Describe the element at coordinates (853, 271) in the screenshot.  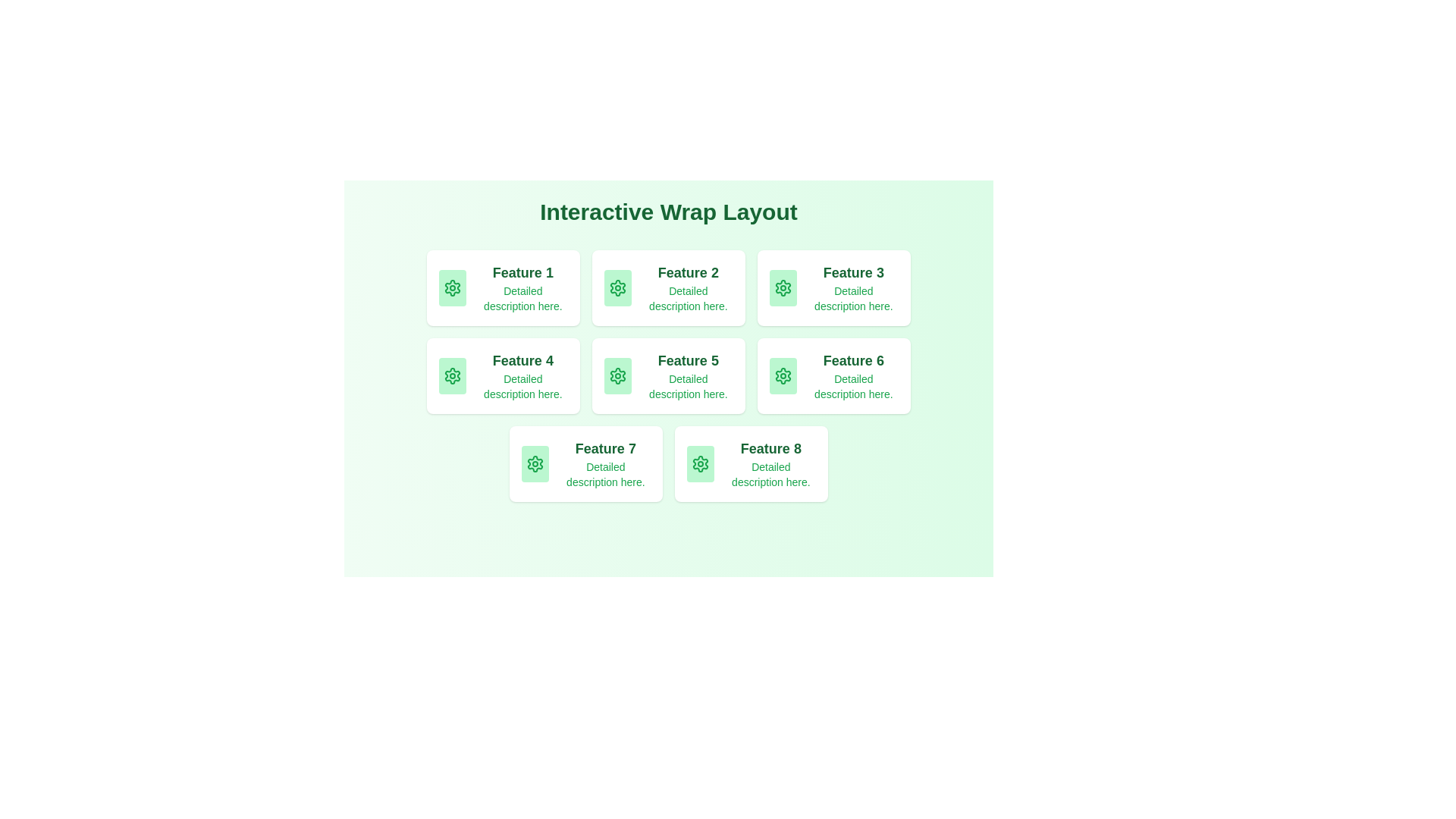
I see `the bold text label displaying 'Feature 3' located in the top-right section of the grid layout` at that location.